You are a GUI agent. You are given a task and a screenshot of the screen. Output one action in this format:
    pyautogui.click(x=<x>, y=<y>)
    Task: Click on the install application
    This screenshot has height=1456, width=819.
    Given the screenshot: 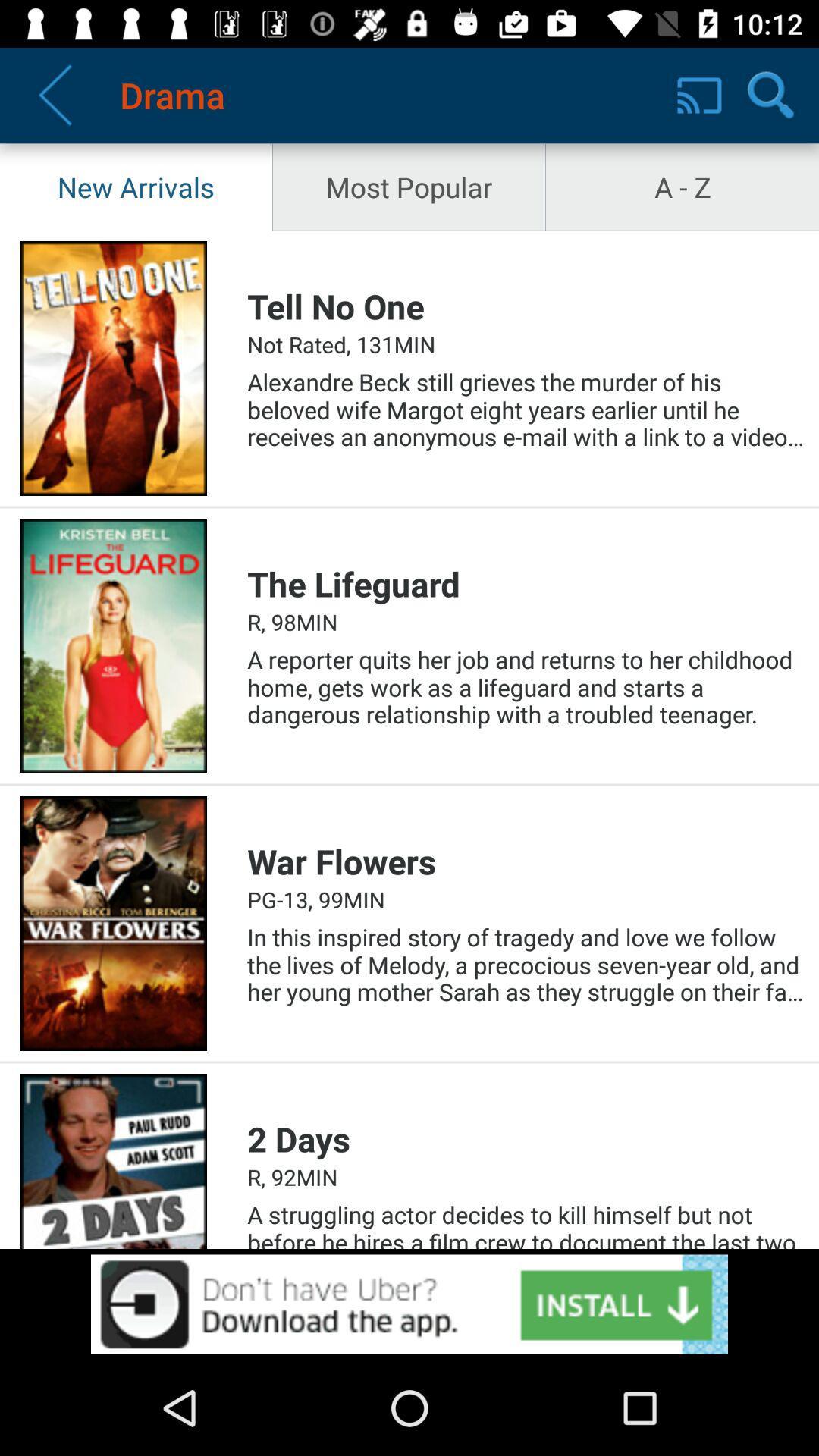 What is the action you would take?
    pyautogui.click(x=409, y=1304)
    